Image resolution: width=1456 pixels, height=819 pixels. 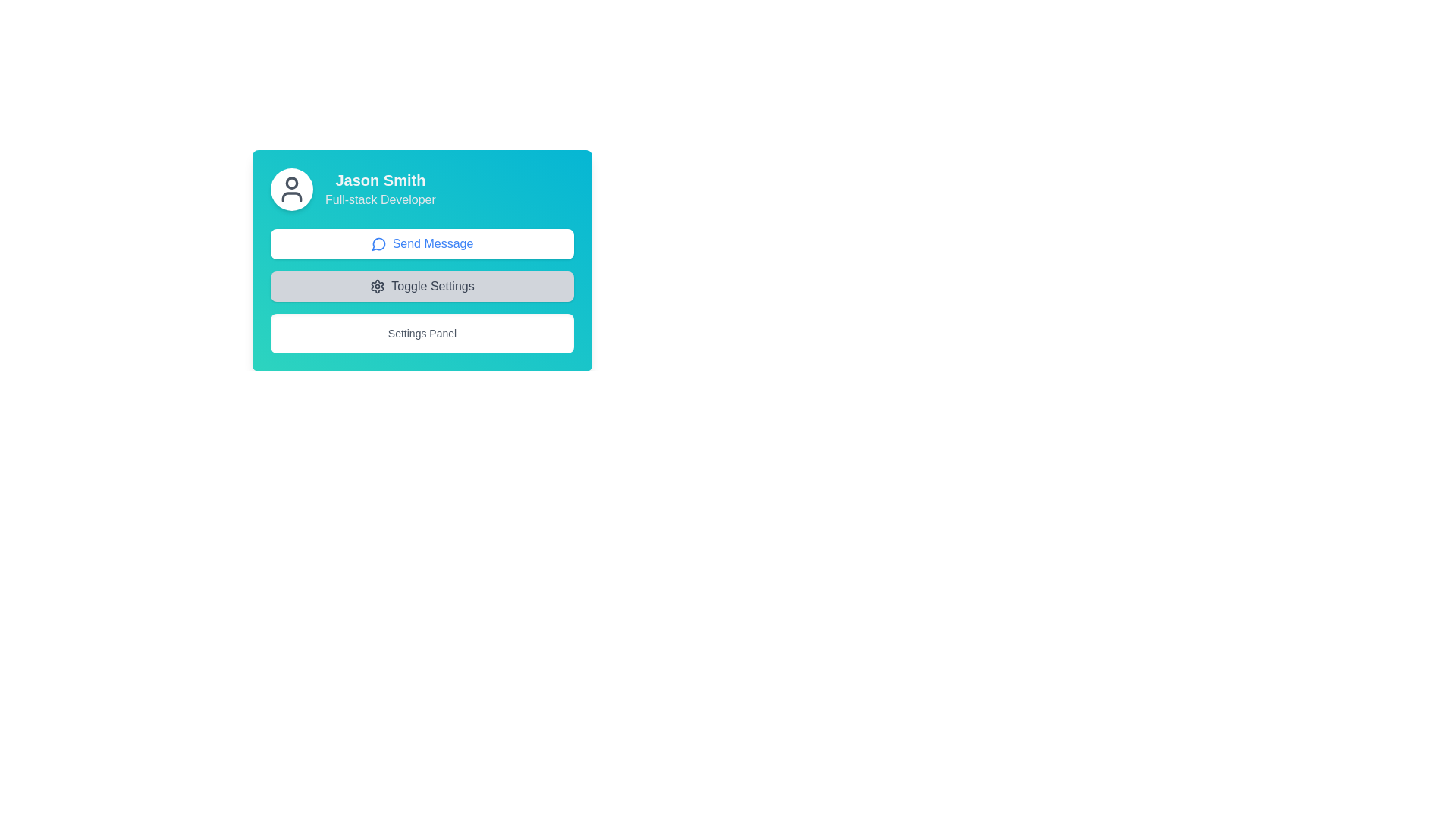 I want to click on the User Avatar Icon located at the top-left corner of the user information card, which is visually represented by a circular background and indicates the user's profile, so click(x=291, y=189).